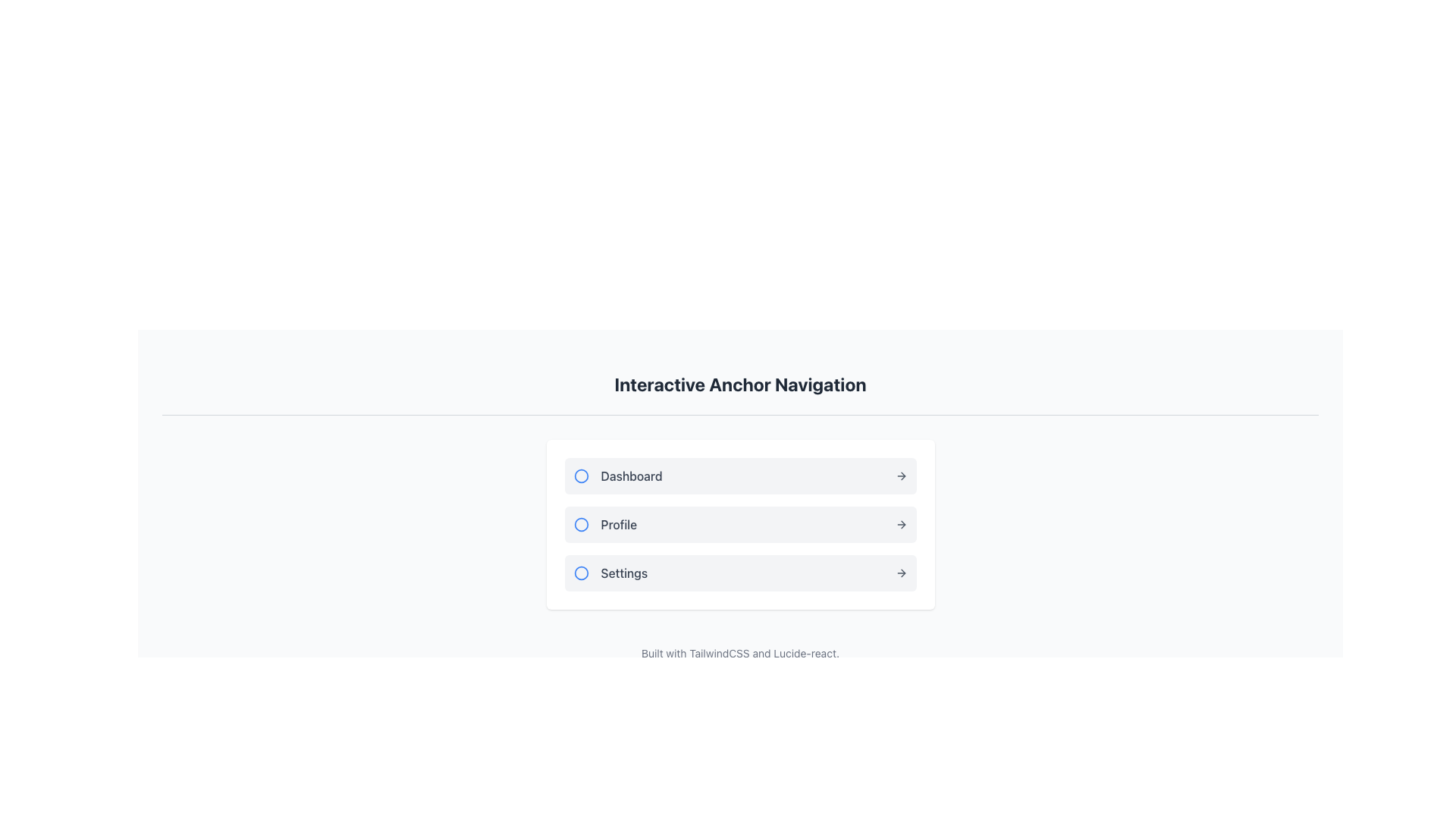 Image resolution: width=1456 pixels, height=819 pixels. I want to click on the circular radio button indicator with a blue border located to the left of the 'Profile' label in the vertical list for accessibility purposes, so click(580, 523).